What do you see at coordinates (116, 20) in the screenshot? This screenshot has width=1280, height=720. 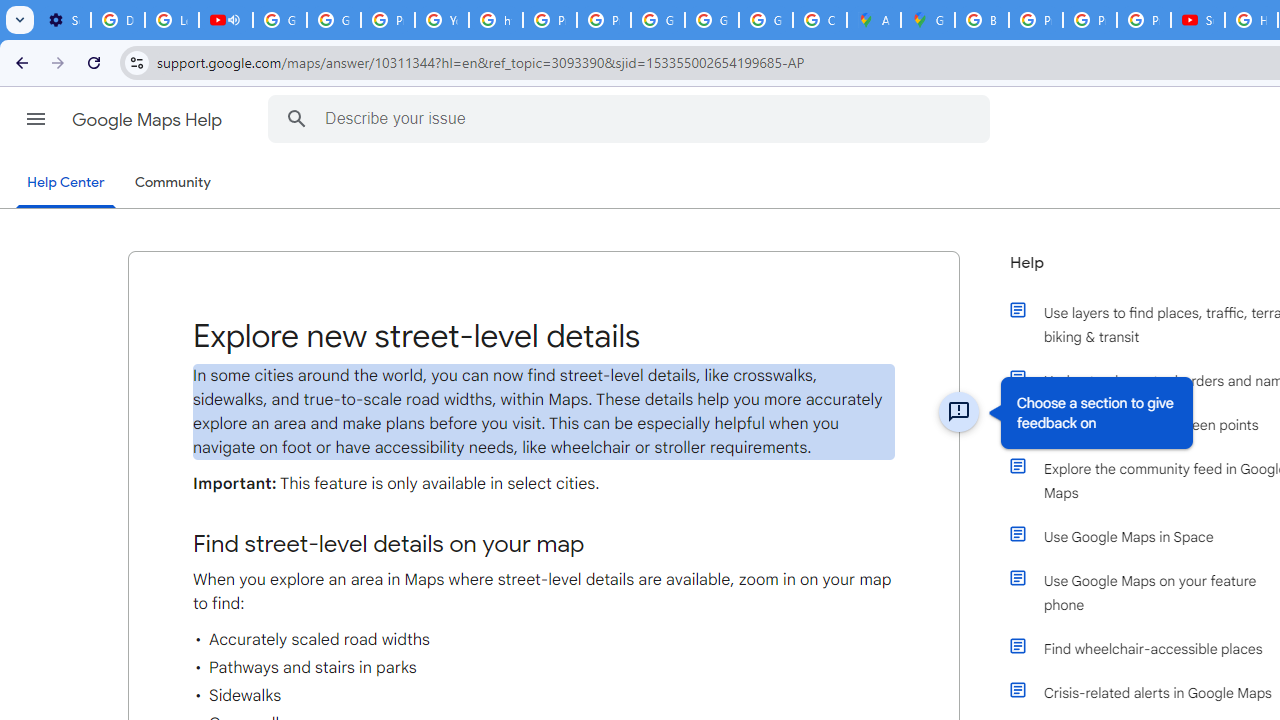 I see `'Delete photos & videos - Computer - Google Photos Help'` at bounding box center [116, 20].